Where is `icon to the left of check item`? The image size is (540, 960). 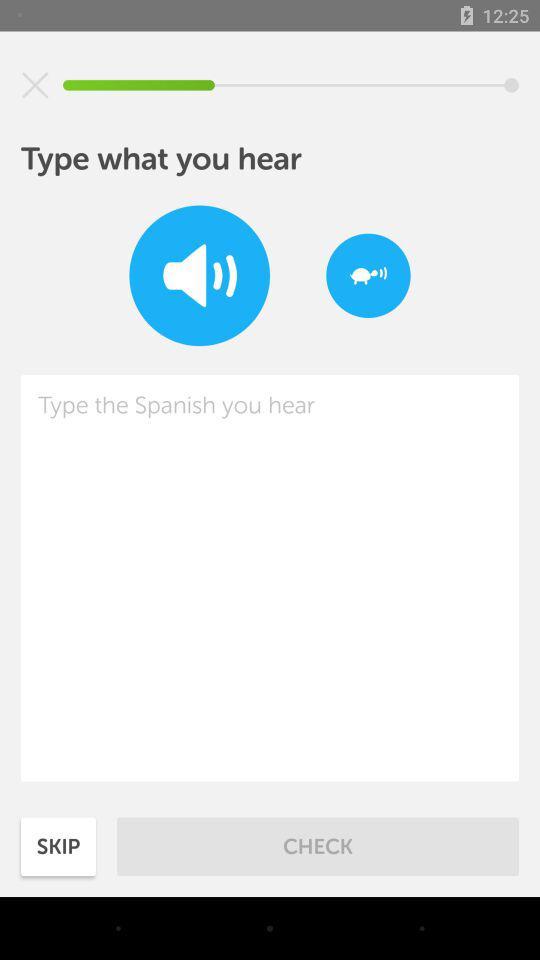 icon to the left of check item is located at coordinates (58, 845).